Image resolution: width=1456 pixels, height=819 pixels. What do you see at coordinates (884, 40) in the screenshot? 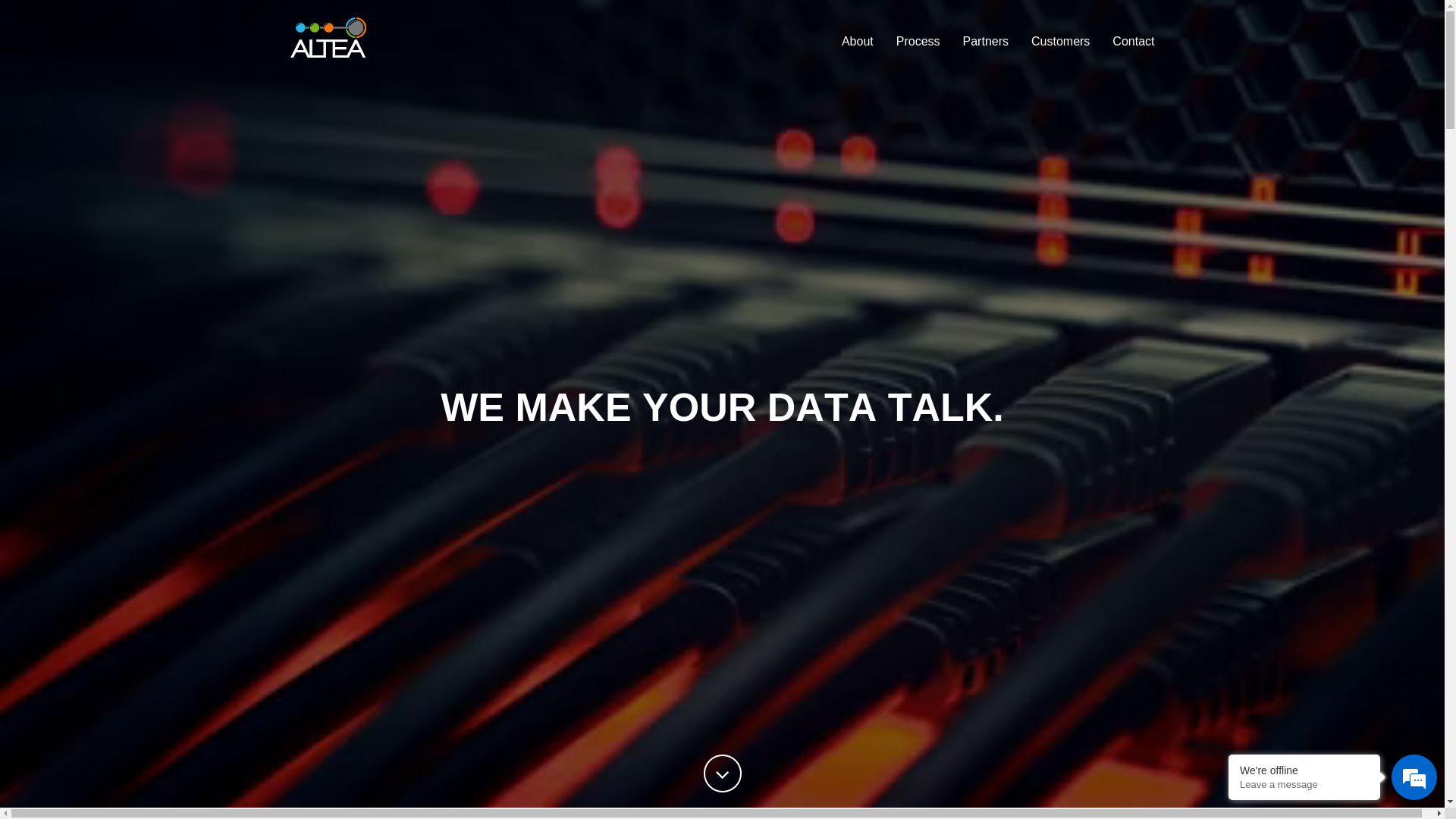
I see `'Process'` at bounding box center [884, 40].